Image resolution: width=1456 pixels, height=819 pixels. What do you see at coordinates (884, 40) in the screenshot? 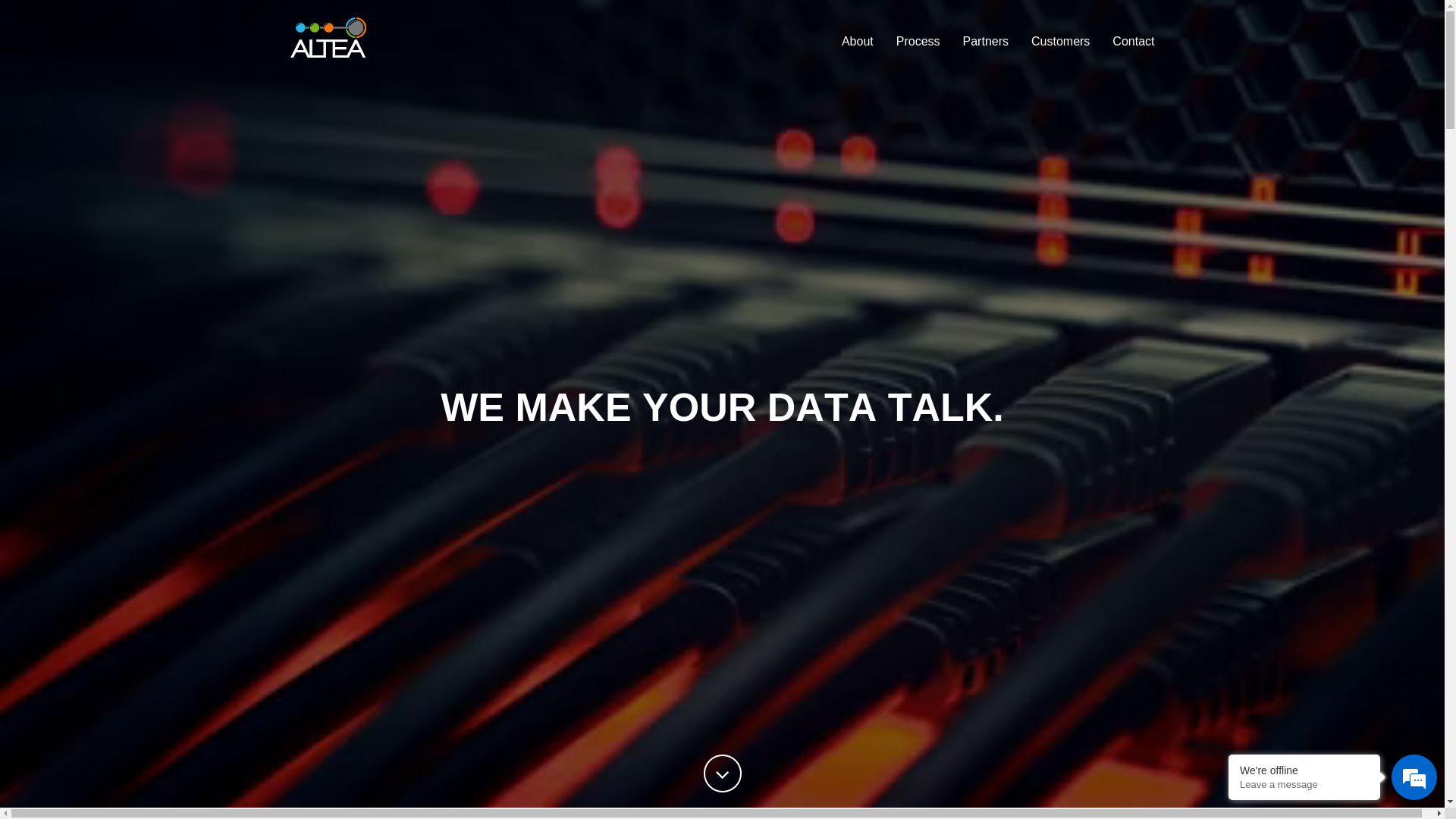
I see `'Process'` at bounding box center [884, 40].